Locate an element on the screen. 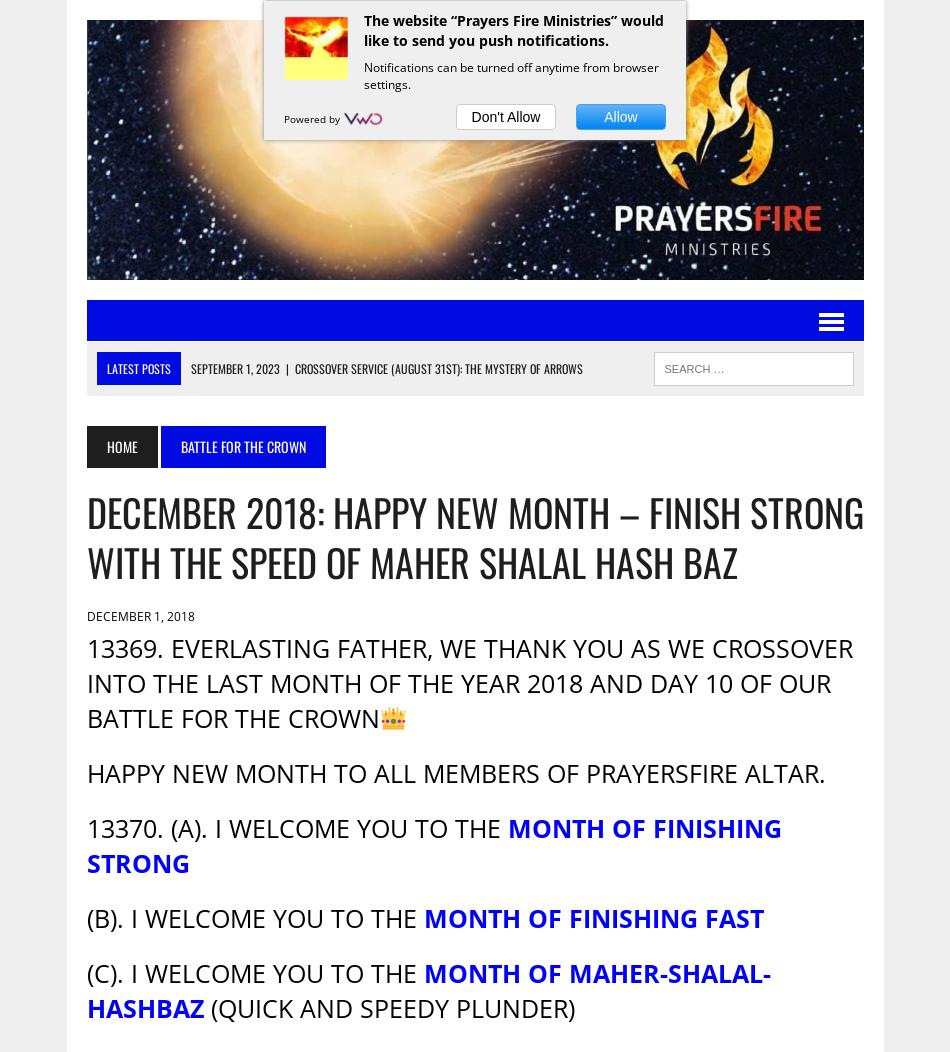 This screenshot has width=950, height=1052. 'SEVEN (7) PRAYERS' is located at coordinates (240, 466).